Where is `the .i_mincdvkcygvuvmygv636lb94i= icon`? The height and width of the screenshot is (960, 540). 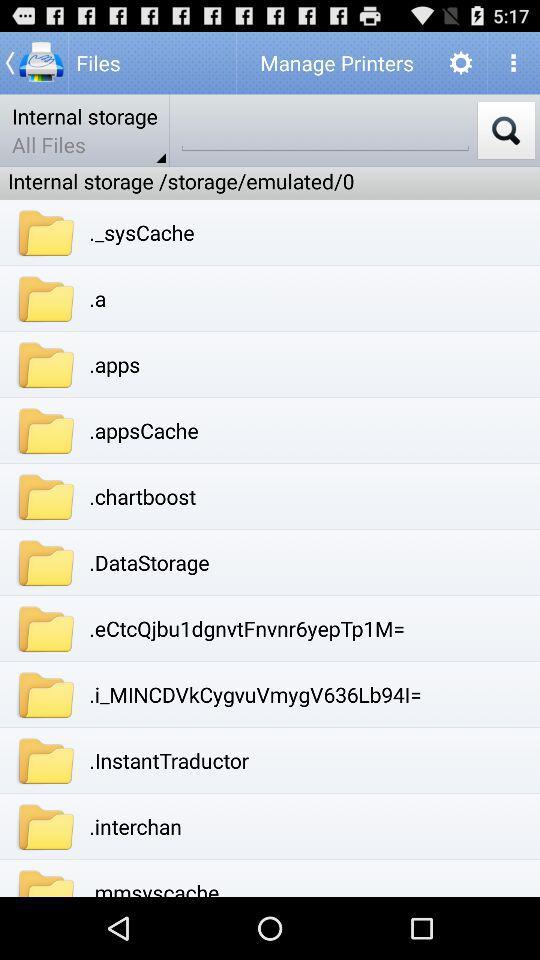
the .i_mincdvkcygvuvmygv636lb94i= icon is located at coordinates (255, 694).